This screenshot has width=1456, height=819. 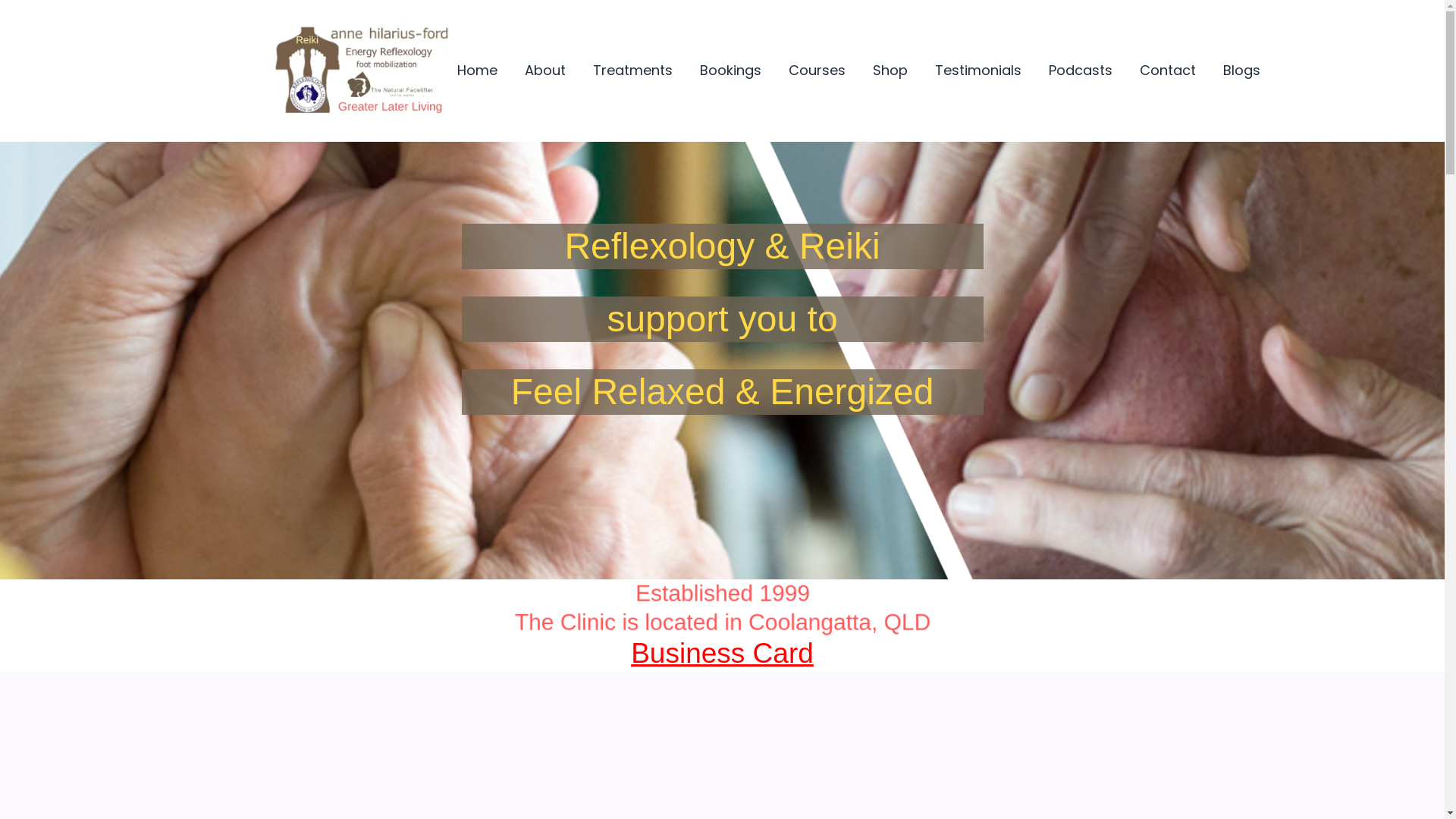 What do you see at coordinates (545, 71) in the screenshot?
I see `'About'` at bounding box center [545, 71].